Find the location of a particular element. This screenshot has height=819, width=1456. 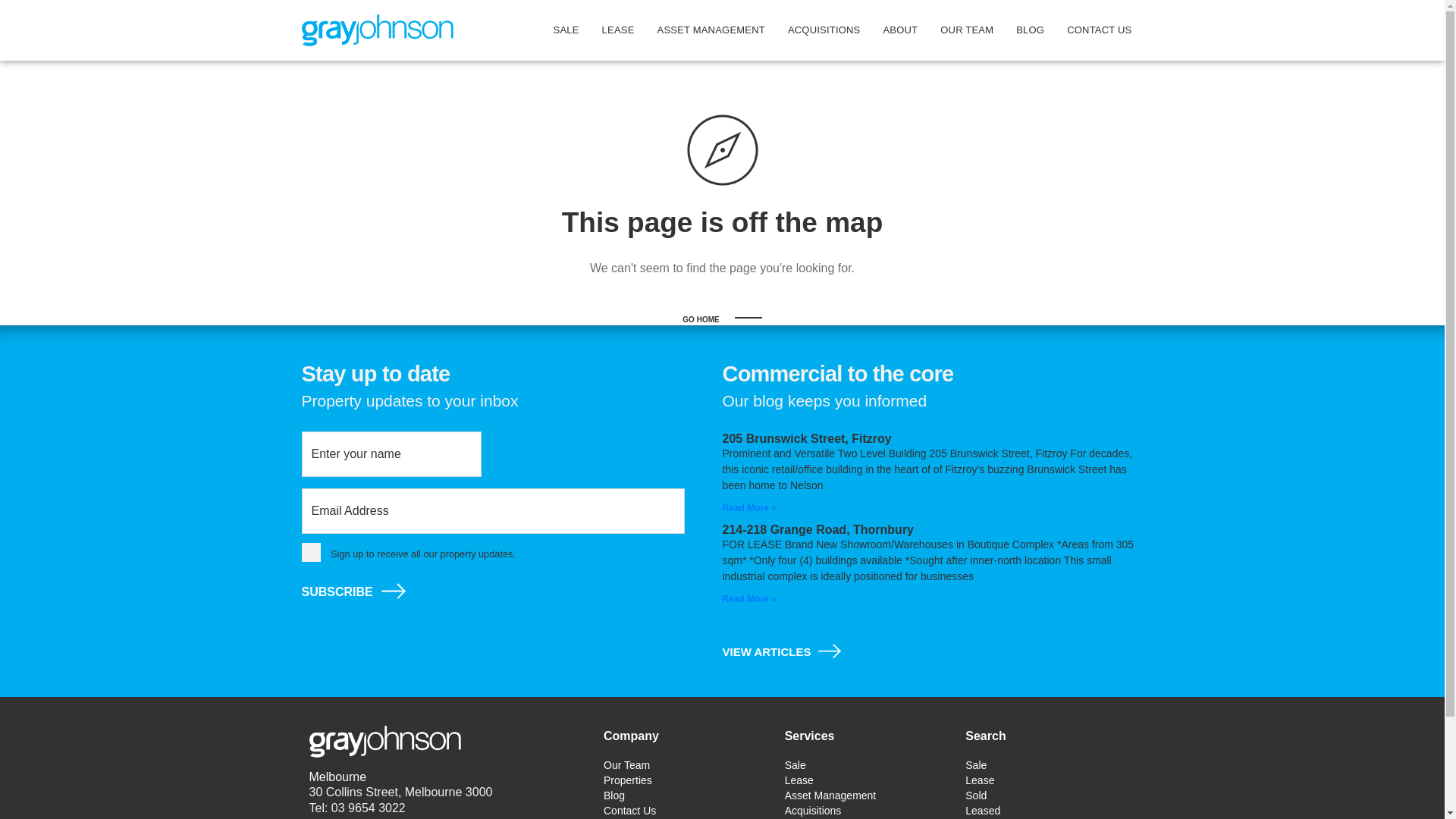

'ACQUISITIONS' is located at coordinates (823, 30).